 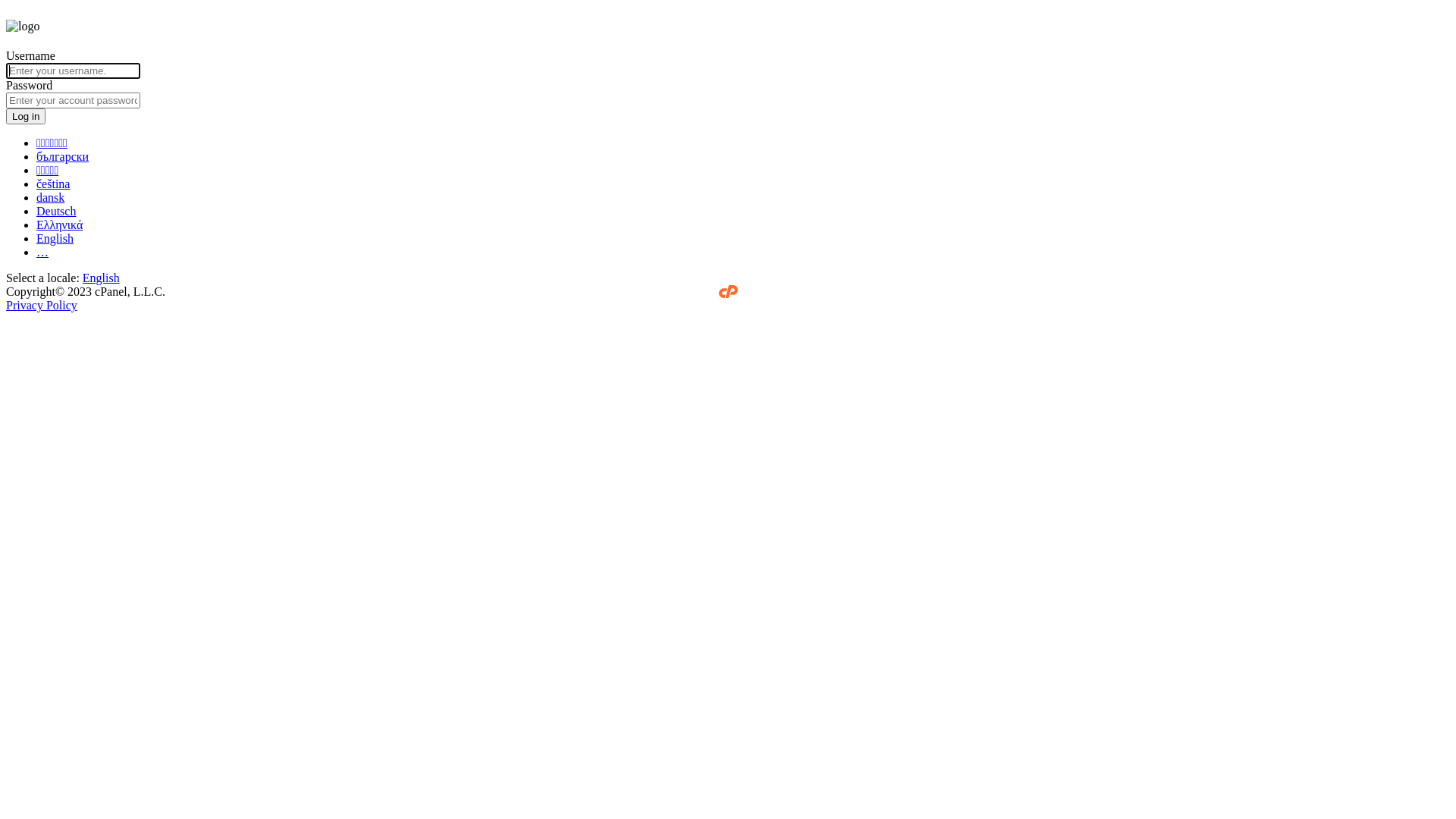 I want to click on 'Privacy Policy', so click(x=41, y=305).